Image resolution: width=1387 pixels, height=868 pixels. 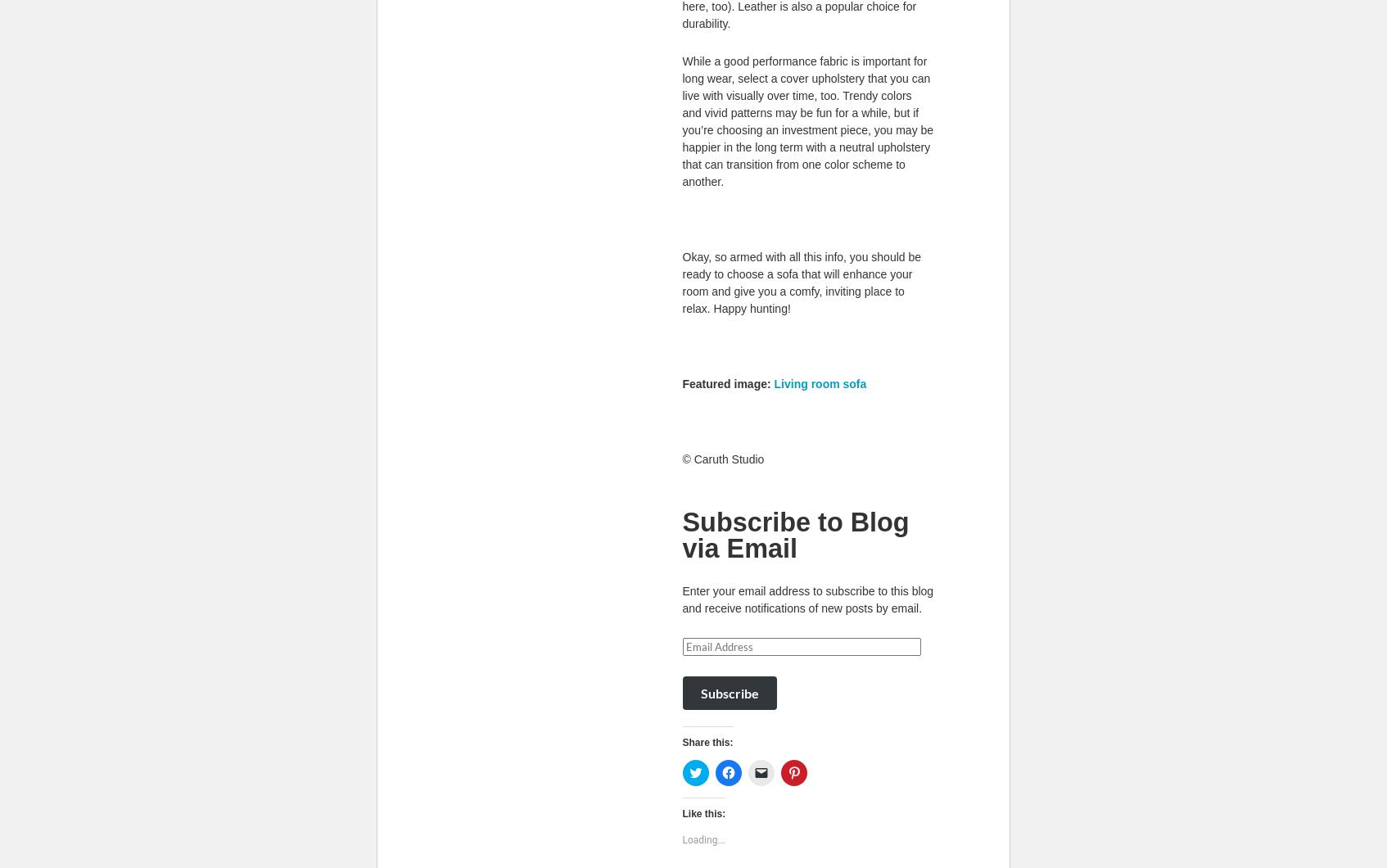 I want to click on 'Loading...', so click(x=681, y=839).